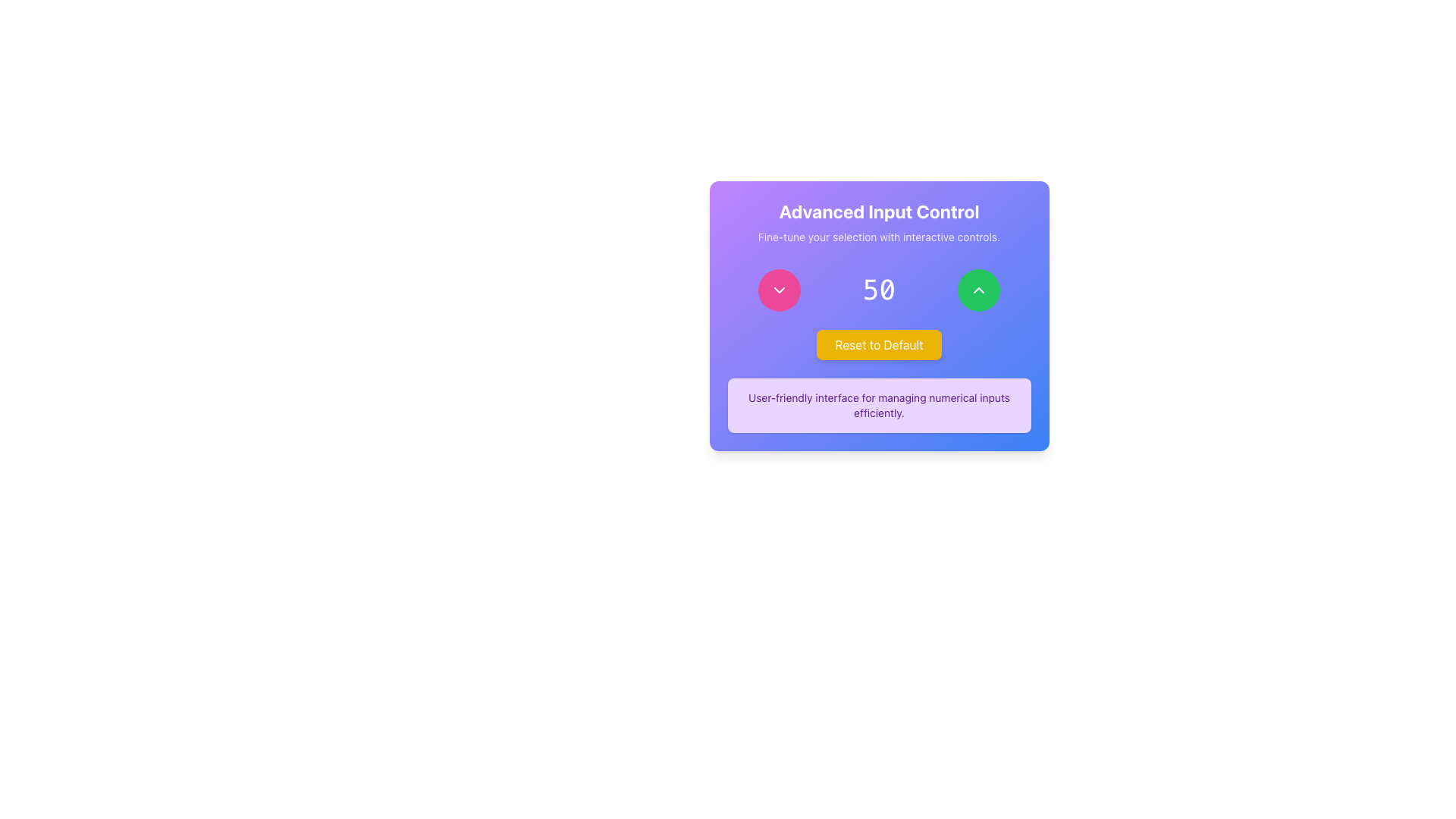 This screenshot has width=1456, height=819. Describe the element at coordinates (780, 290) in the screenshot. I see `the decrement icon located at the center of the pink button to decrease the numerical input value` at that location.